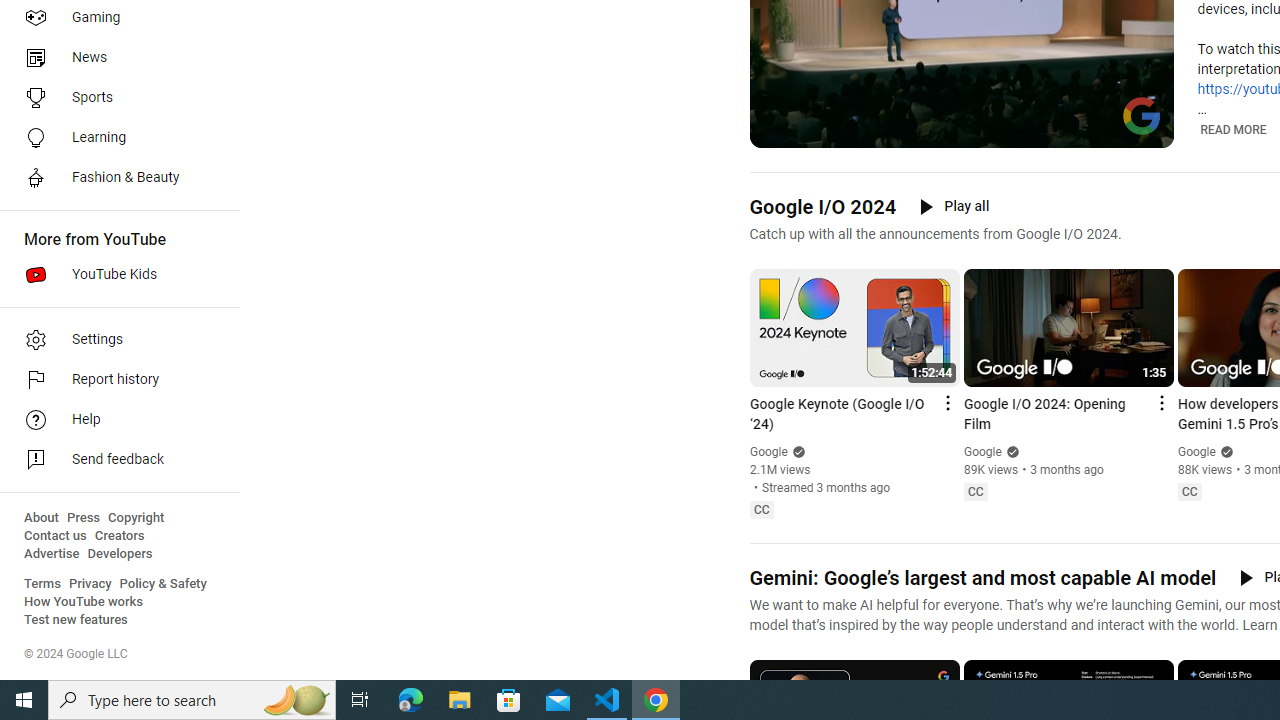 Image resolution: width=1280 pixels, height=720 pixels. I want to click on 'READ MORE', so click(1232, 129).